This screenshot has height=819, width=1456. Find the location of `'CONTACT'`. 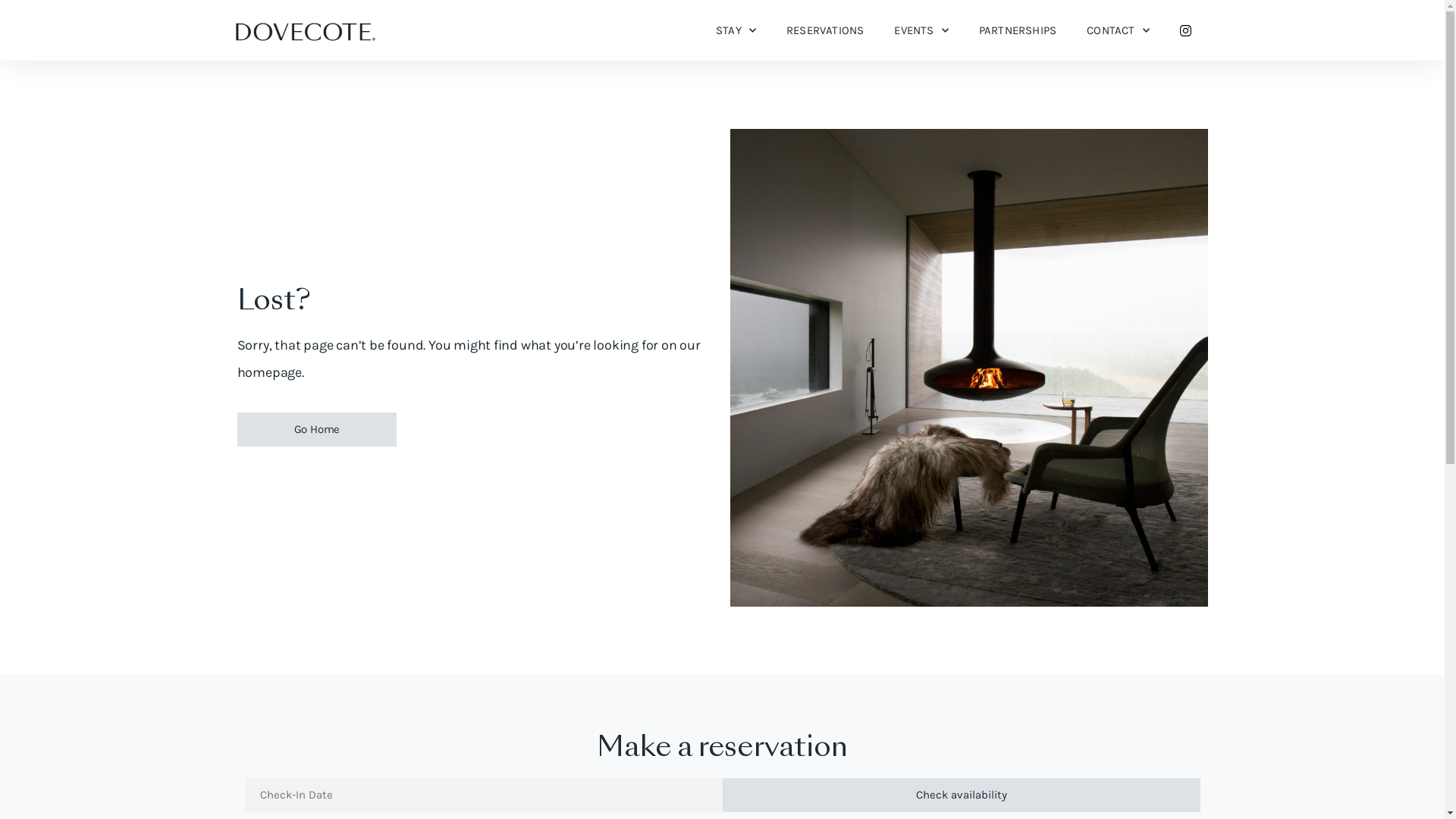

'CONTACT' is located at coordinates (1118, 30).